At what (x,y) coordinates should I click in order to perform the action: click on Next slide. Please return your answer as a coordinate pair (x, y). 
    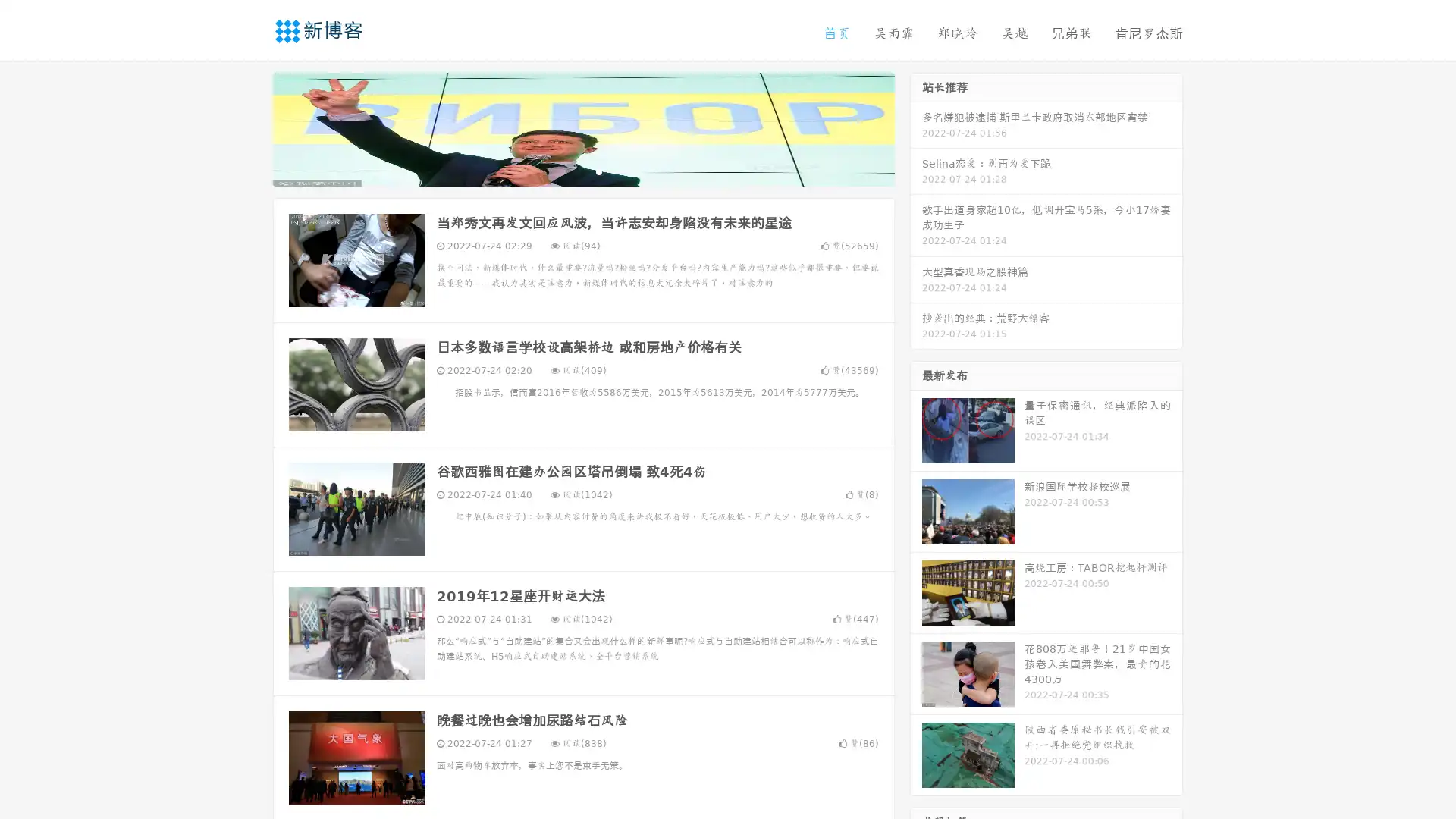
    Looking at the image, I should click on (916, 127).